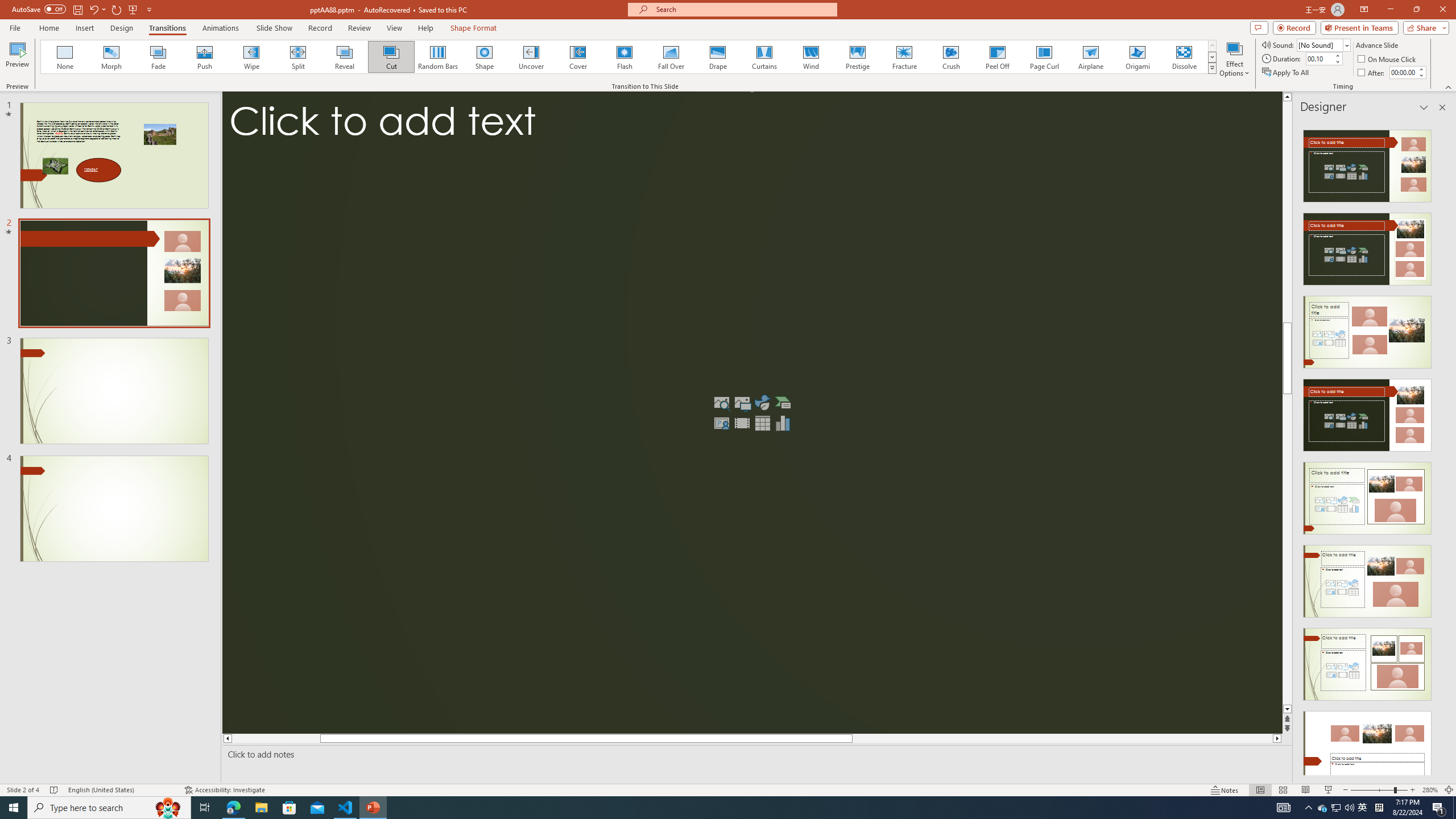  What do you see at coordinates (251, 56) in the screenshot?
I see `'Wipe'` at bounding box center [251, 56].